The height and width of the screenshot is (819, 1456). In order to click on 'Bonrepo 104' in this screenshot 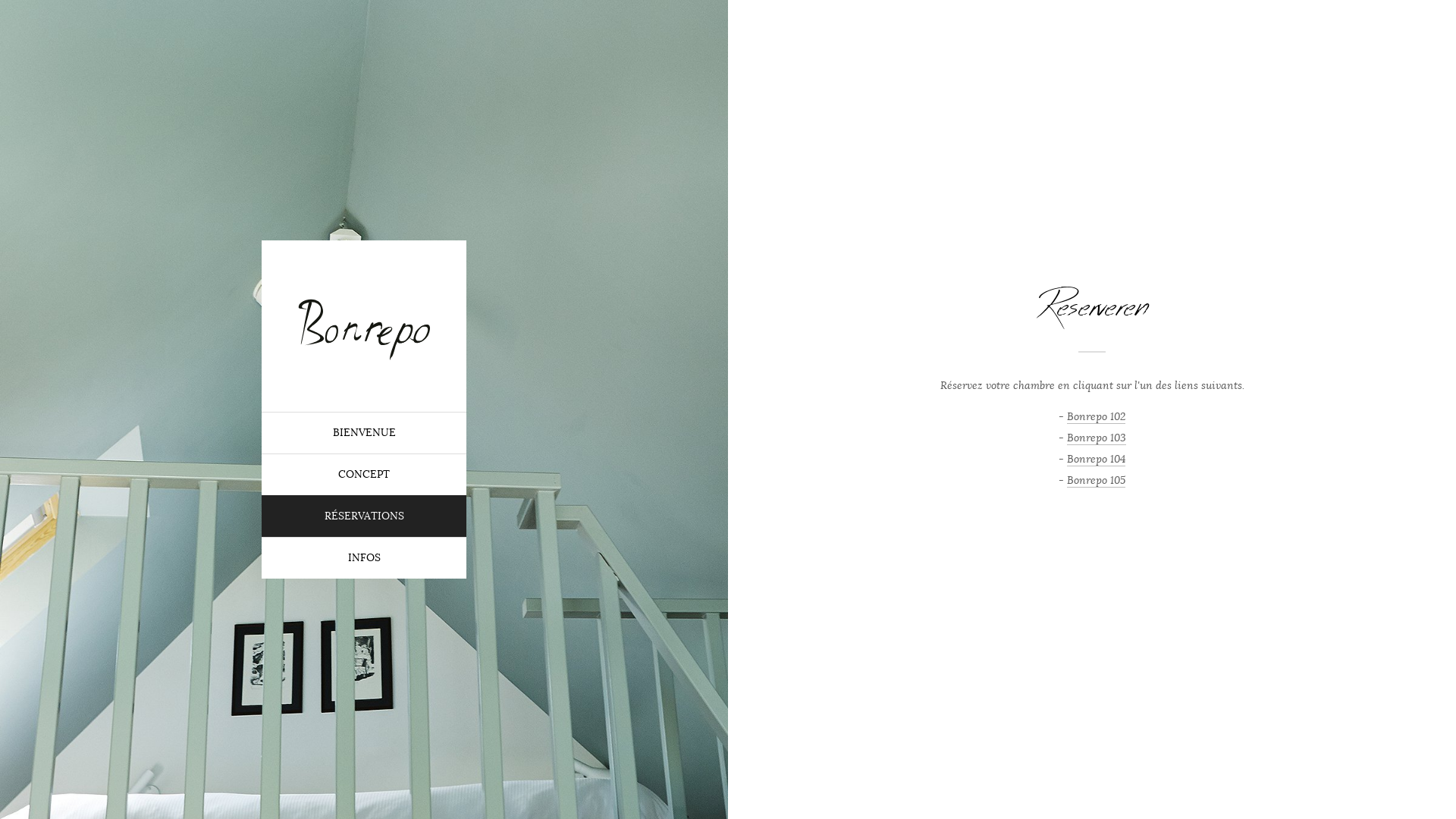, I will do `click(1065, 458)`.